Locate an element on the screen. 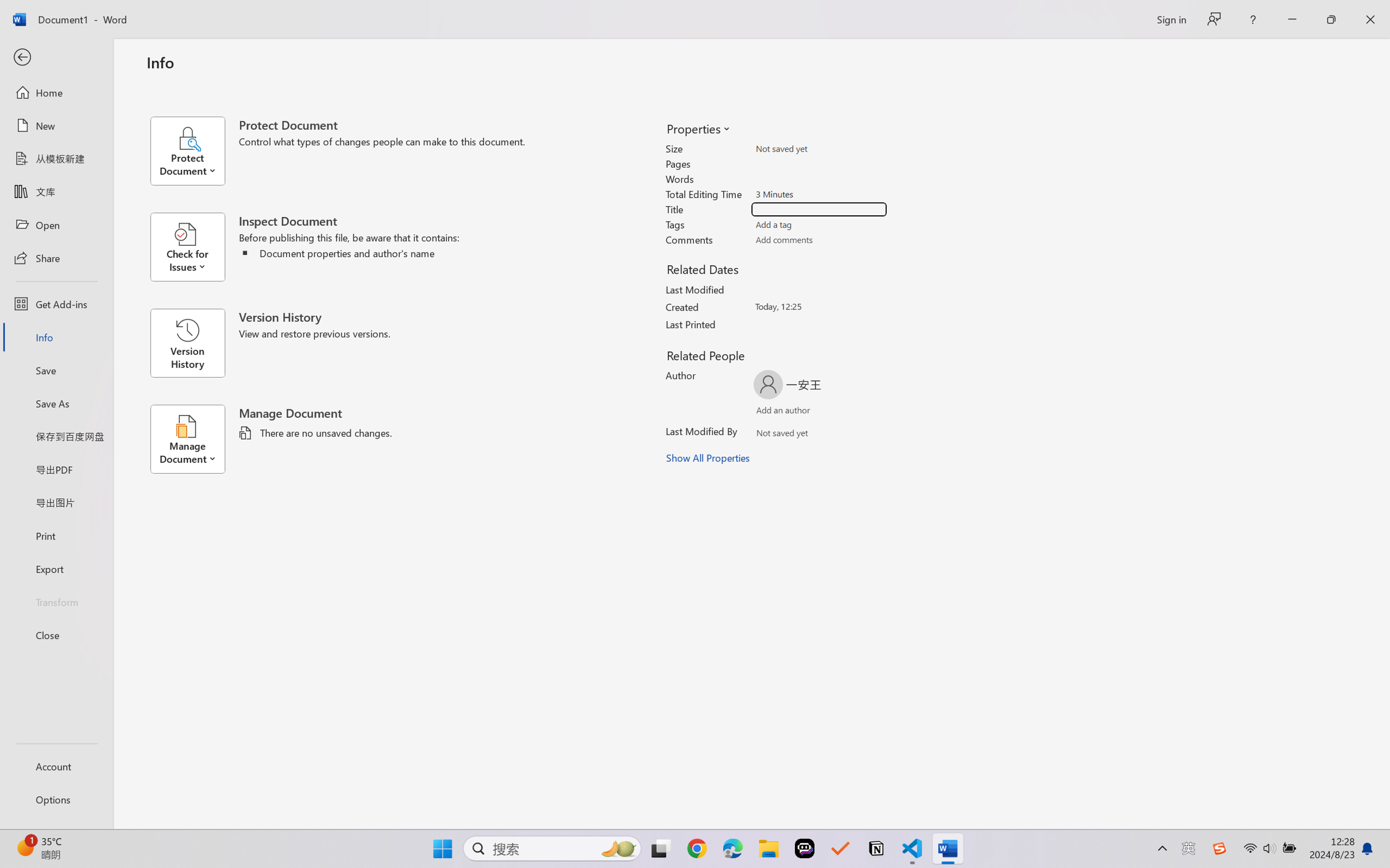  'Options' is located at coordinates (56, 799).